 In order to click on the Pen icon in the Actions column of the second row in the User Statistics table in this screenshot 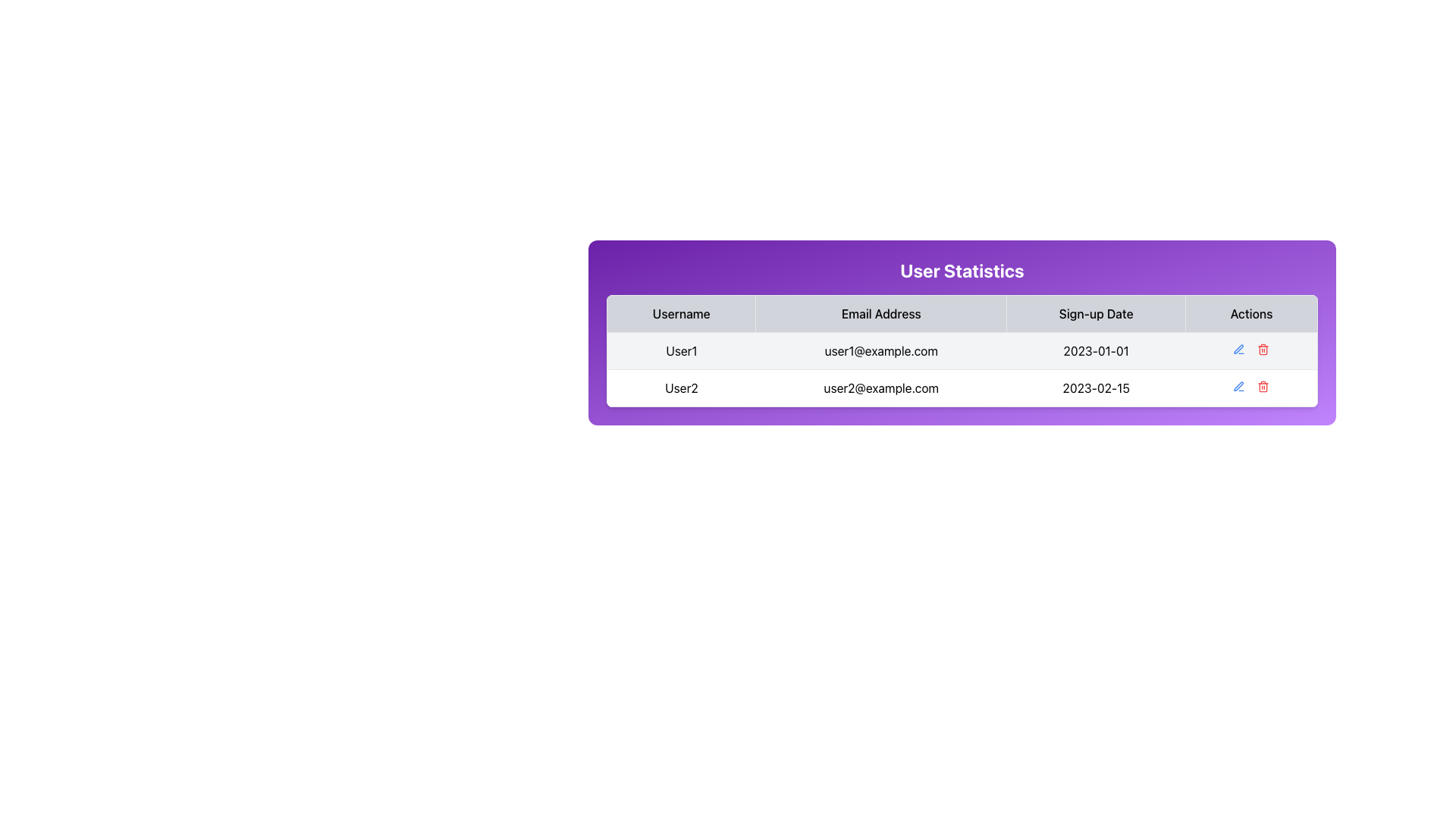, I will do `click(1238, 385)`.